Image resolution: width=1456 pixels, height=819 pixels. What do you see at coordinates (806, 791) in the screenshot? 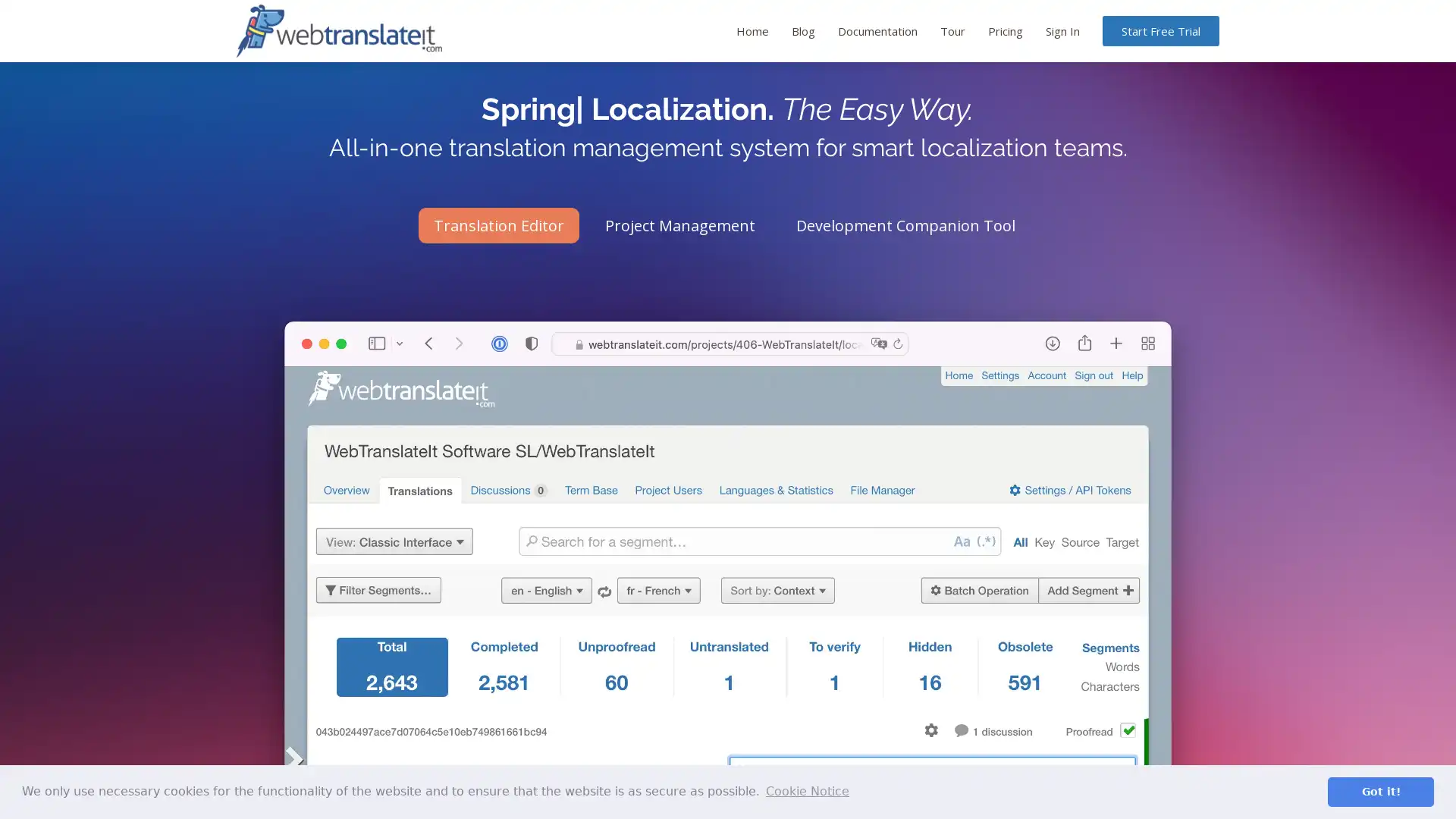
I see `learn more about cookies` at bounding box center [806, 791].